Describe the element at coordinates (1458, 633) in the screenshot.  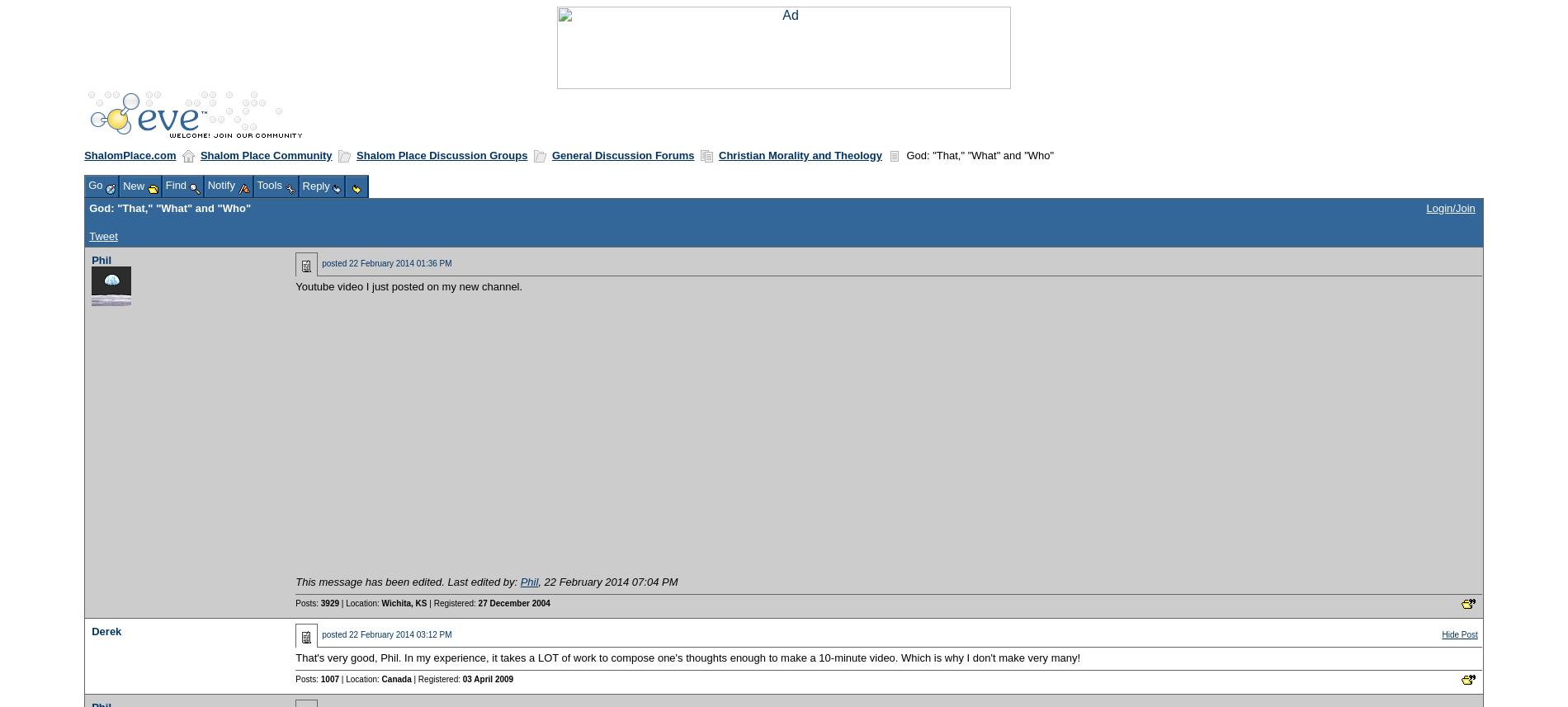
I see `'Hide Post'` at that location.